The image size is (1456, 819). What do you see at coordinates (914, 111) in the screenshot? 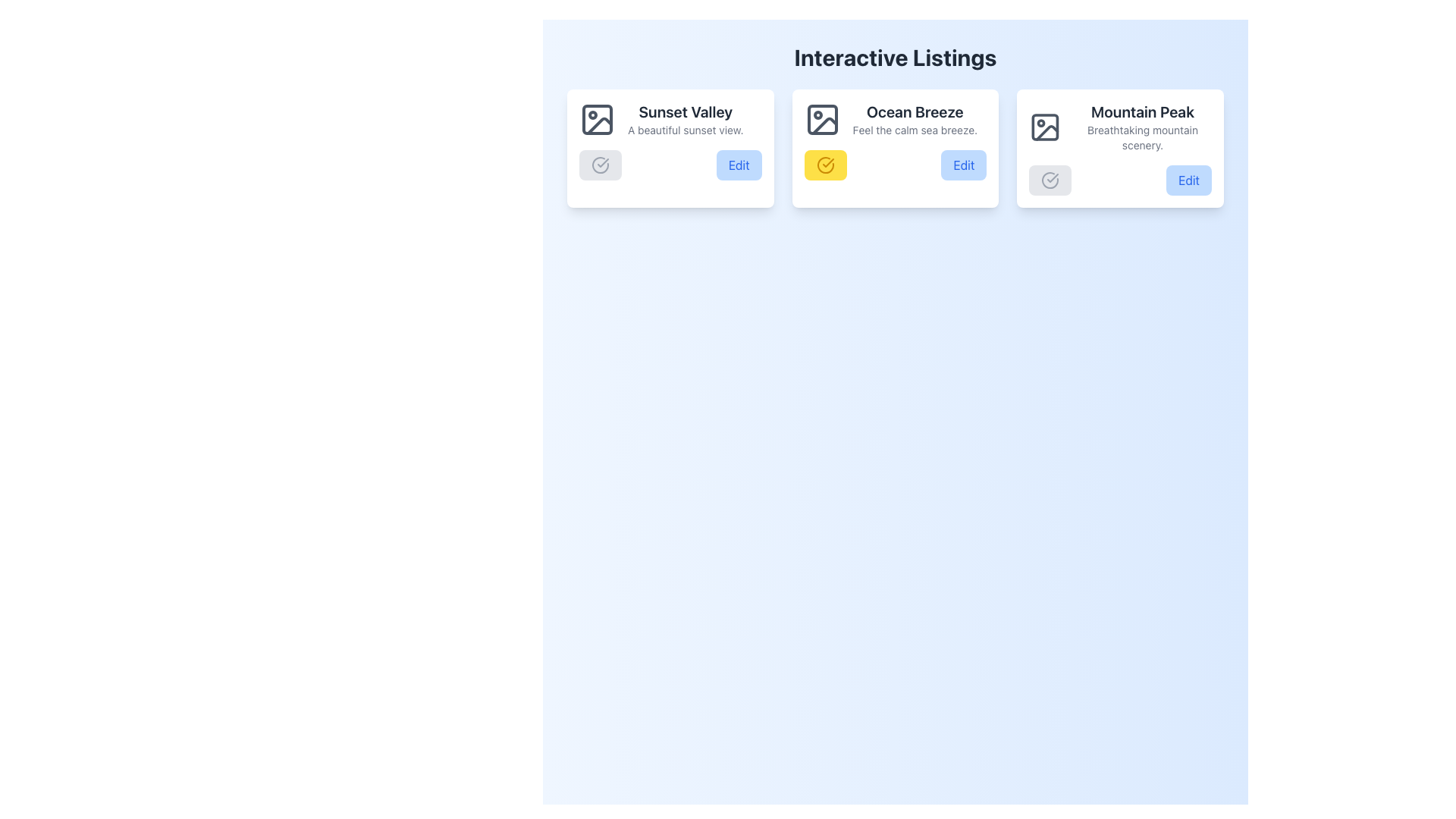
I see `the text element displaying 'Ocean Breeze', which is styled in bold dark gray on a light background, positioned in the center of the second card in a row of three` at bounding box center [914, 111].